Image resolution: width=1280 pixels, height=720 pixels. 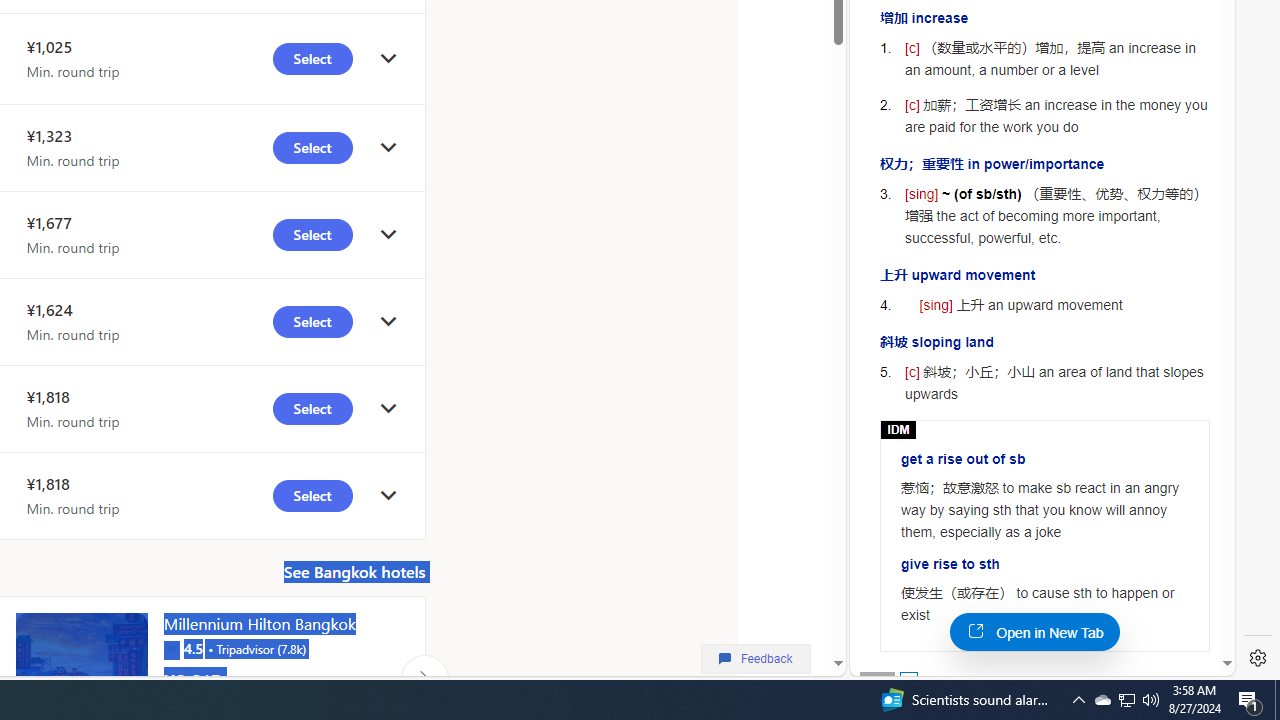 I want to click on 'AutomationID: posbtn_1', so click(x=907, y=679).